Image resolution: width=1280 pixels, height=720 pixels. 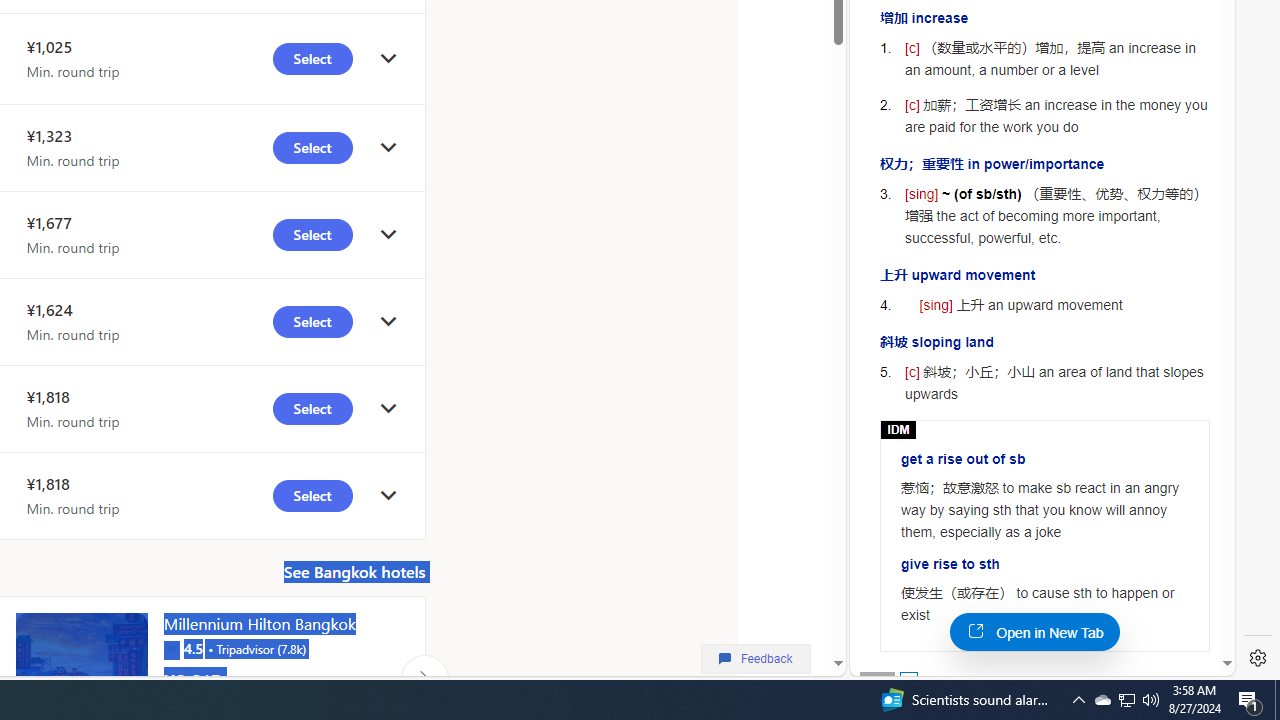 I want to click on 'AutomationID: posbtn_1', so click(x=907, y=679).